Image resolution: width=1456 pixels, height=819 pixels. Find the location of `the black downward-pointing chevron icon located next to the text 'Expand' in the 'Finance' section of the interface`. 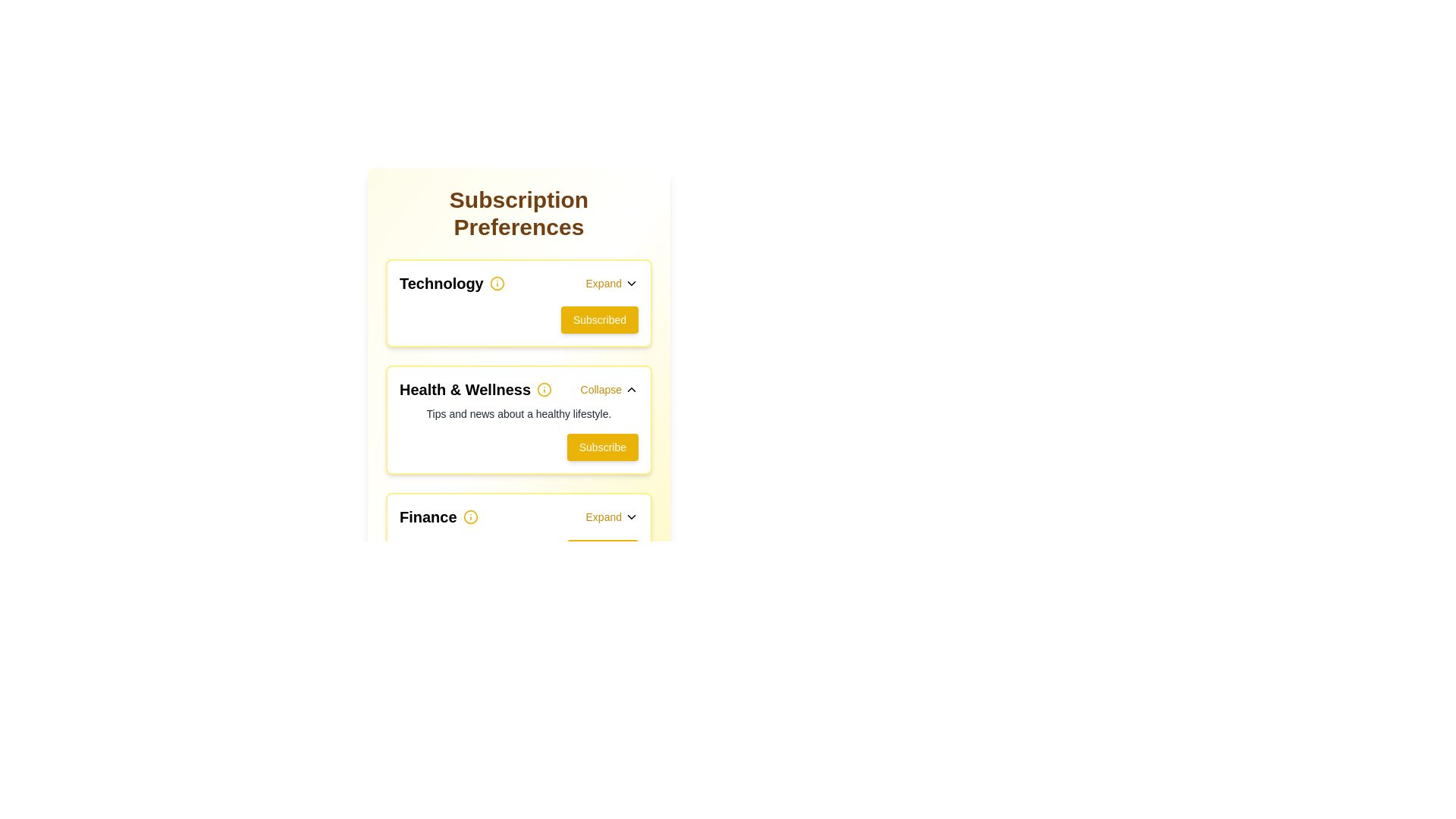

the black downward-pointing chevron icon located next to the text 'Expand' in the 'Finance' section of the interface is located at coordinates (632, 516).